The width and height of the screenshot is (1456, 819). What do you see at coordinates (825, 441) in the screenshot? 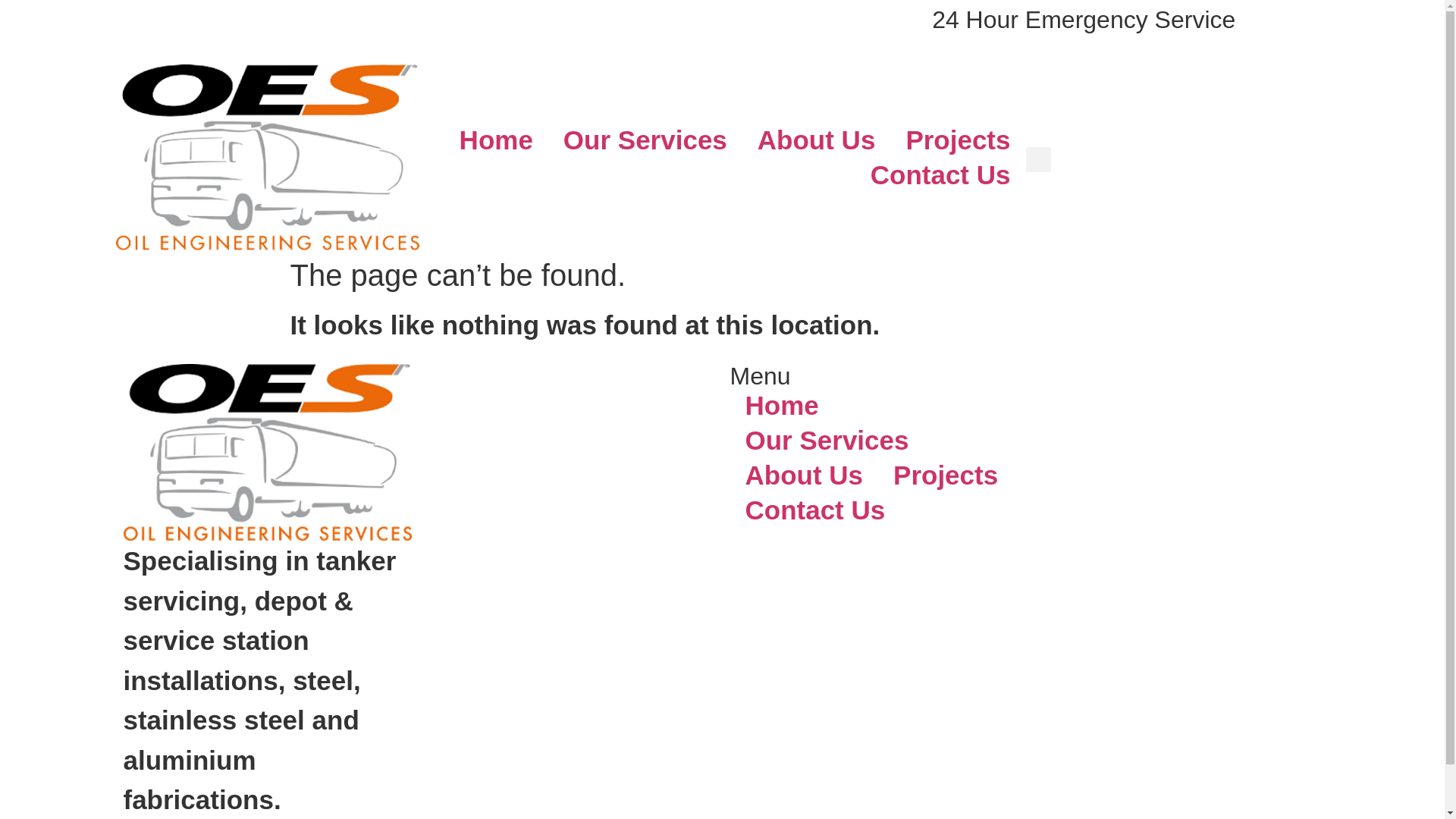
I see `'Our Services'` at bounding box center [825, 441].